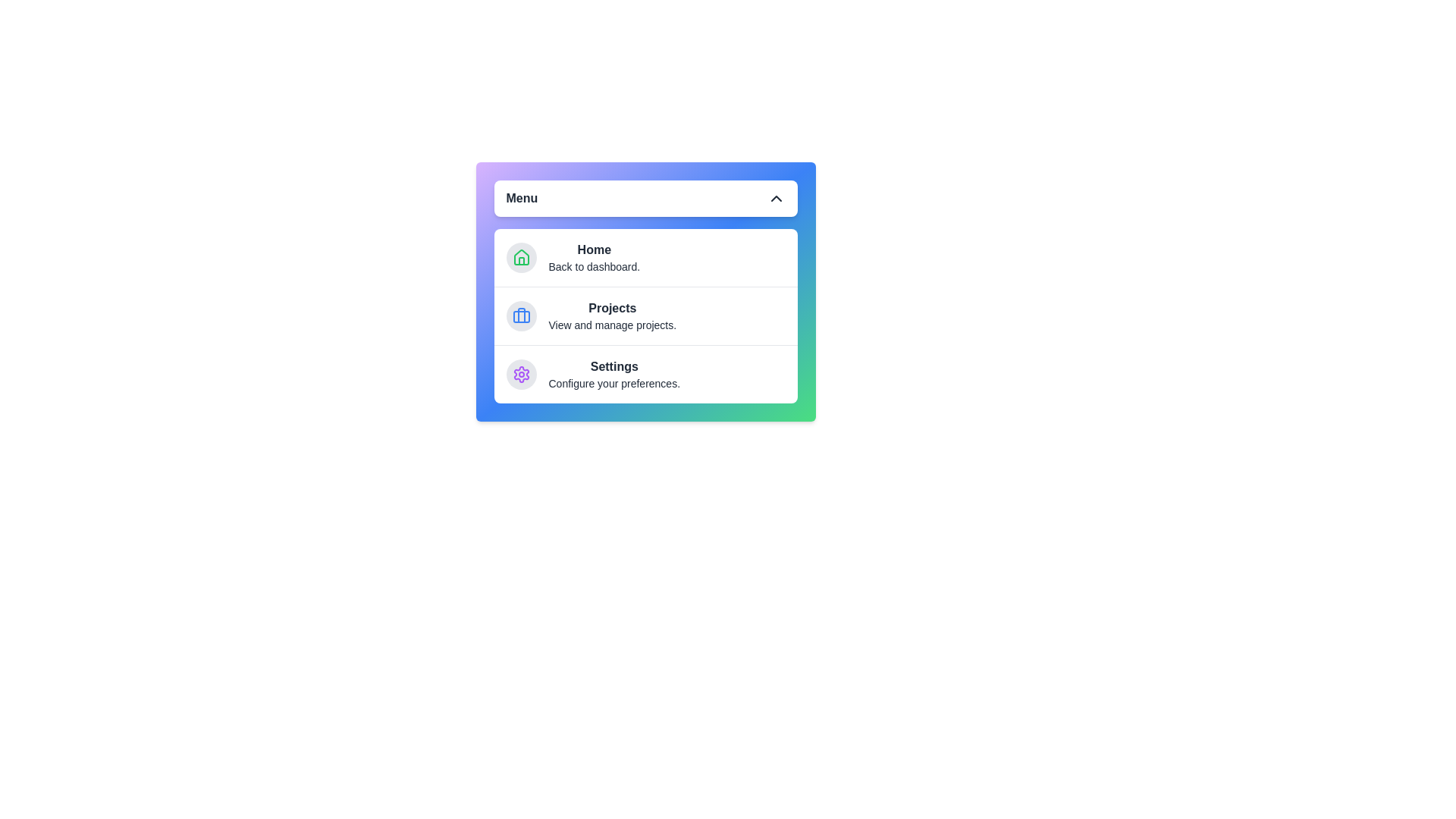 This screenshot has height=819, width=1456. I want to click on the menu item Settings to see its hover effect, so click(645, 374).